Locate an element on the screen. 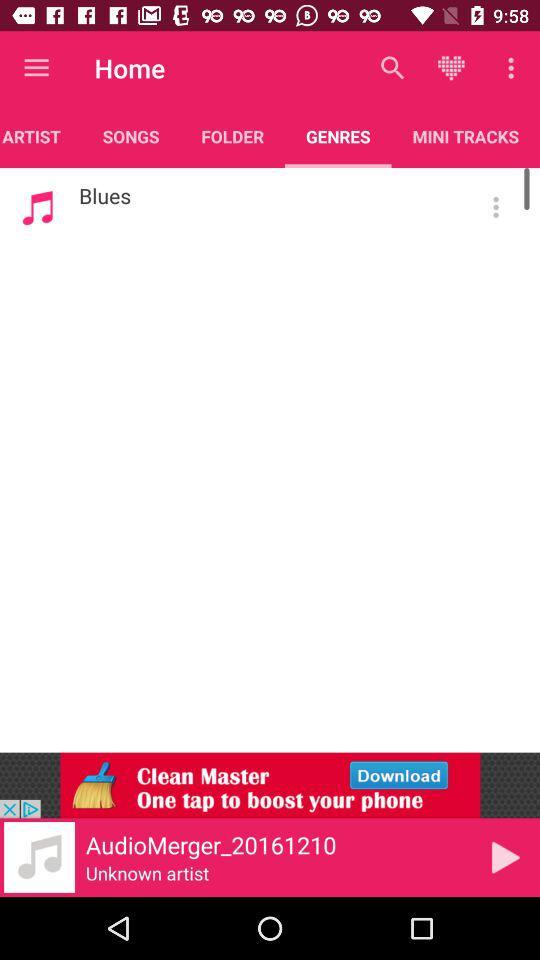 Image resolution: width=540 pixels, height=960 pixels. advertisement display is located at coordinates (270, 785).